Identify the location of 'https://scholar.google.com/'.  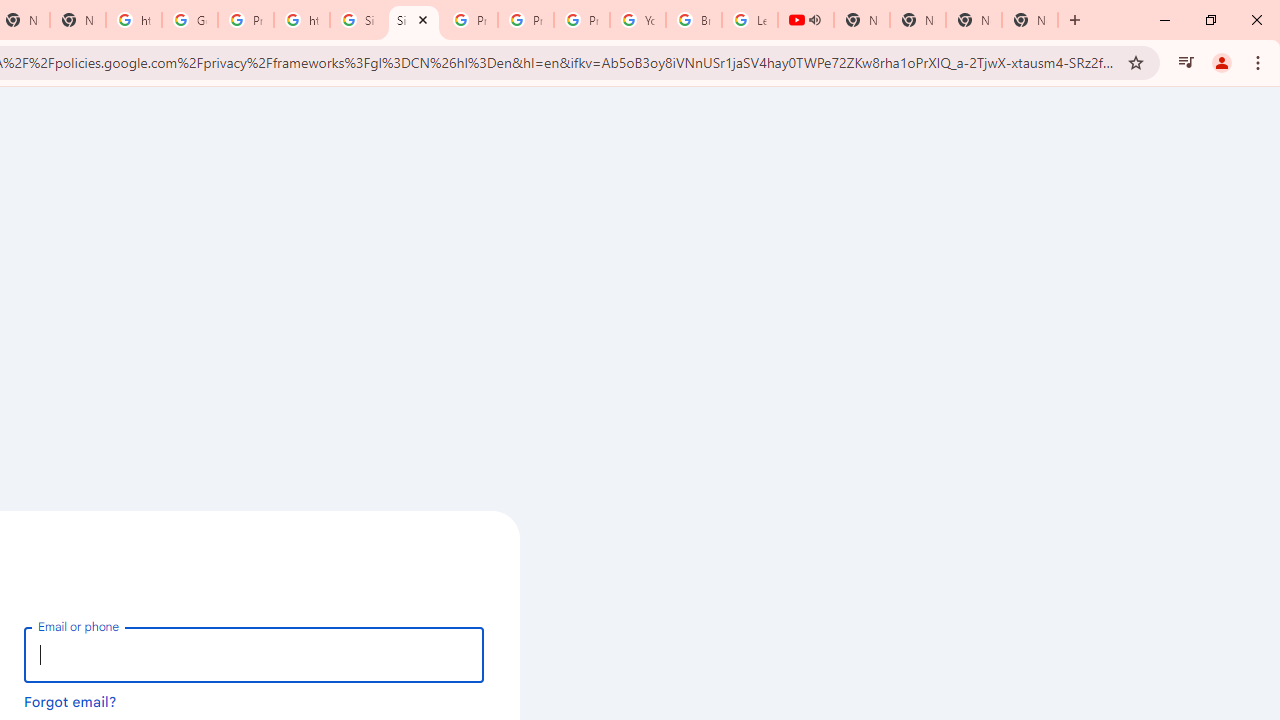
(133, 20).